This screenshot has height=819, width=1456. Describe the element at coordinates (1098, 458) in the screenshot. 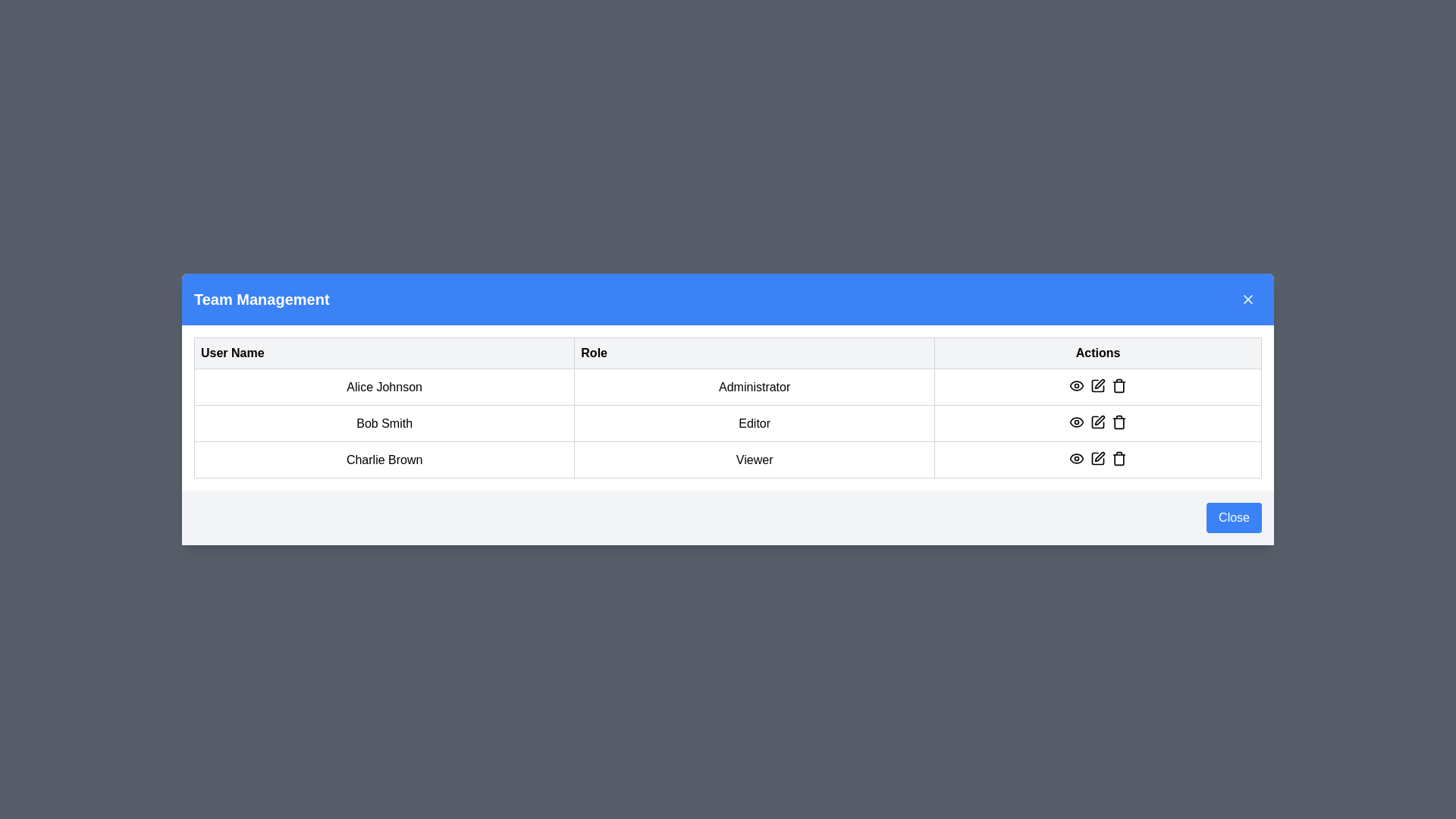

I see `the edit icon button located in the 'Actions' column of the last row for 'Charlie Brown' to invoke the edit functionality` at that location.